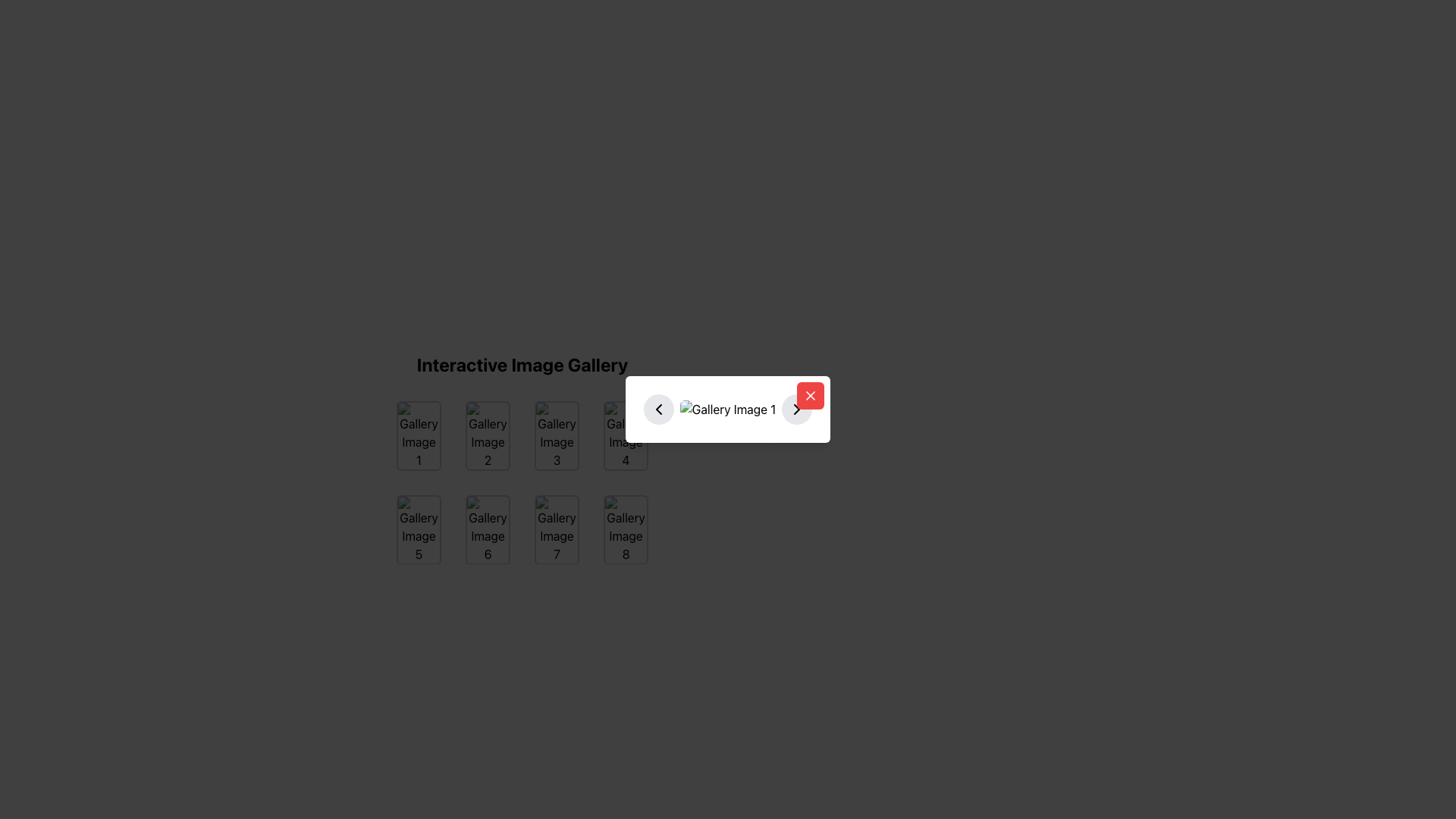 This screenshot has width=1456, height=819. I want to click on the navigation button located at the right end of the controls in the modal dialog to proceed to the next image in the gallery, so click(796, 409).